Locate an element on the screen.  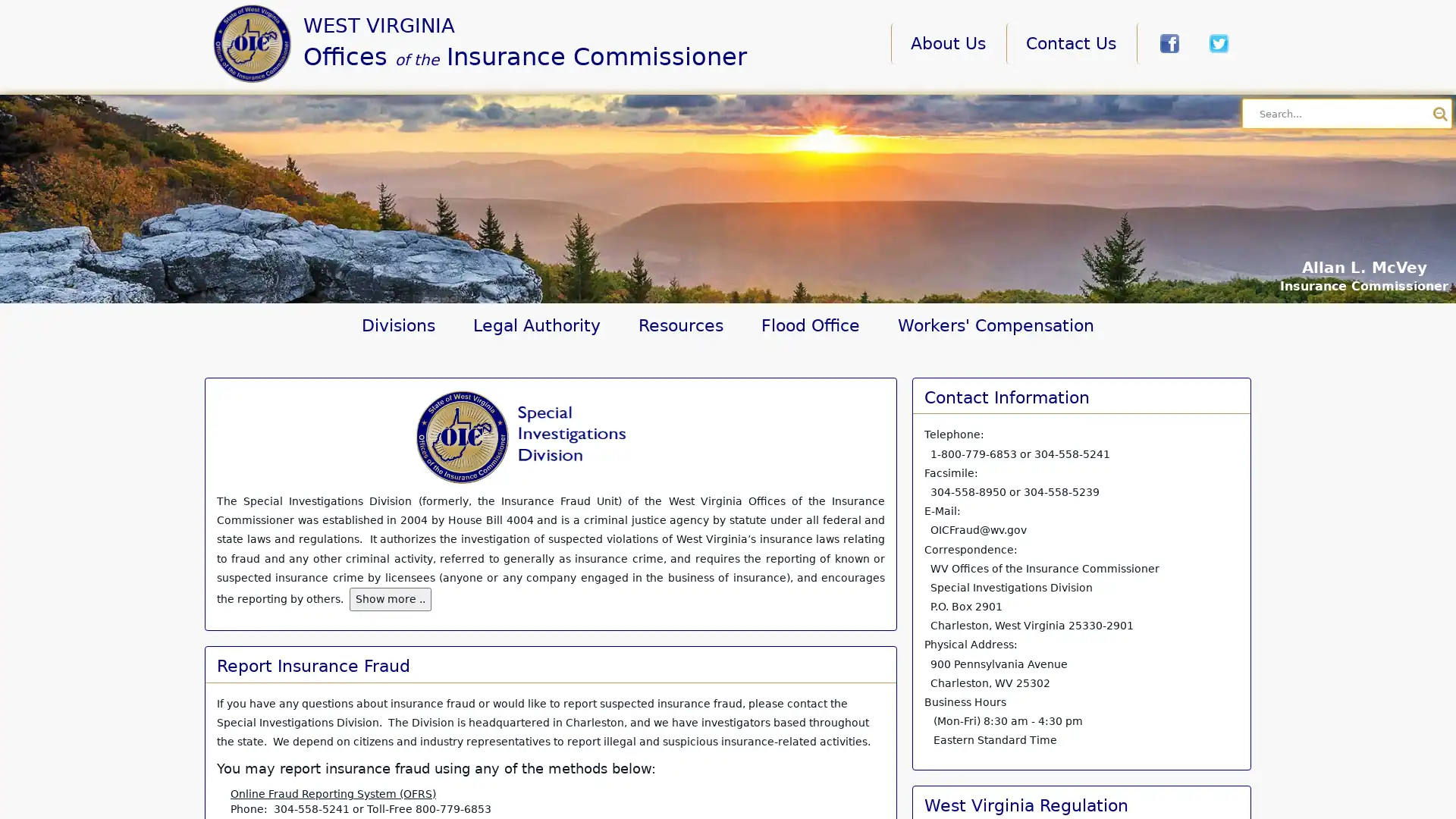
Show more .. is located at coordinates (390, 598).